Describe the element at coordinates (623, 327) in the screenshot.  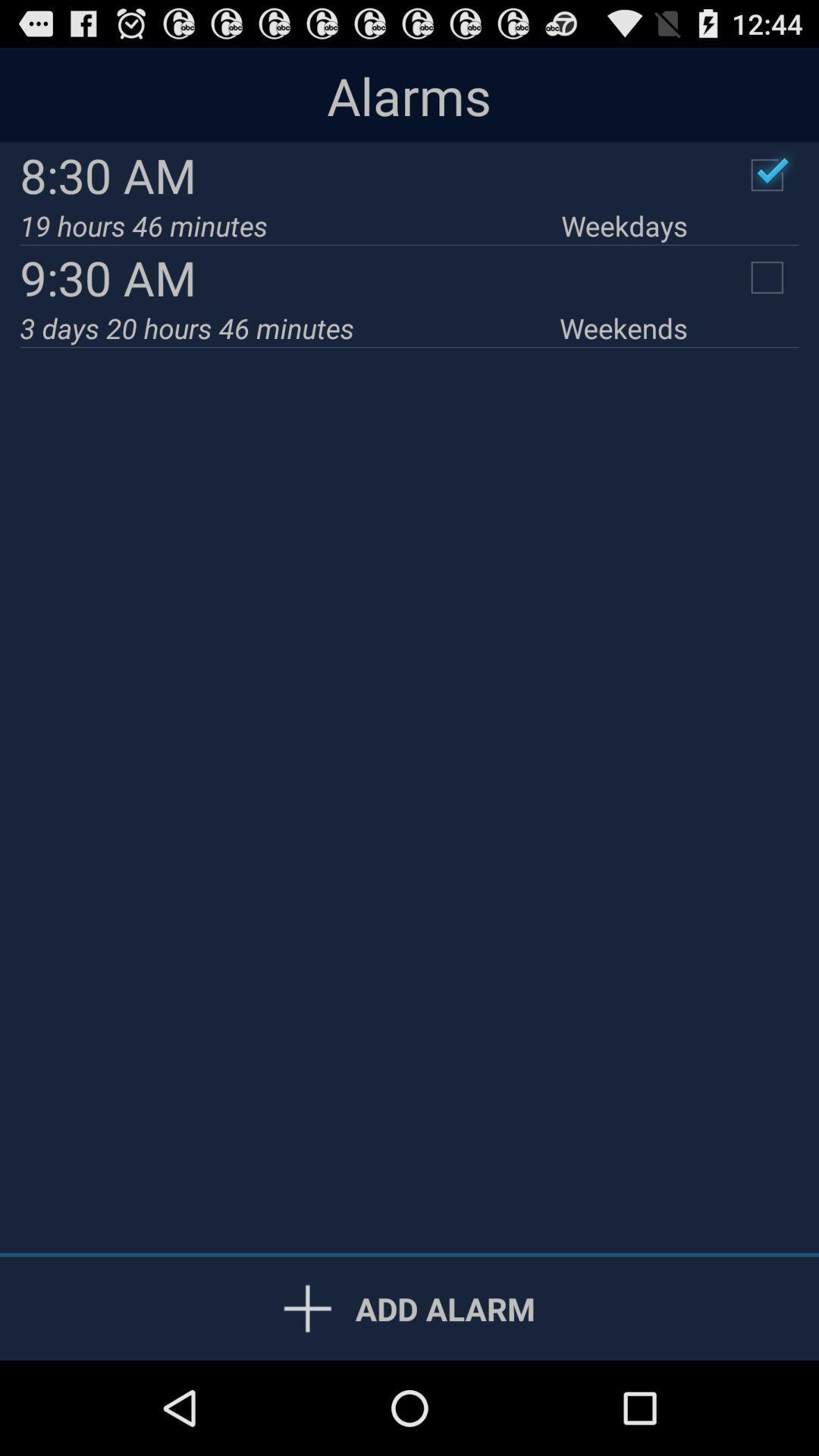
I see `item below 9:30 am` at that location.